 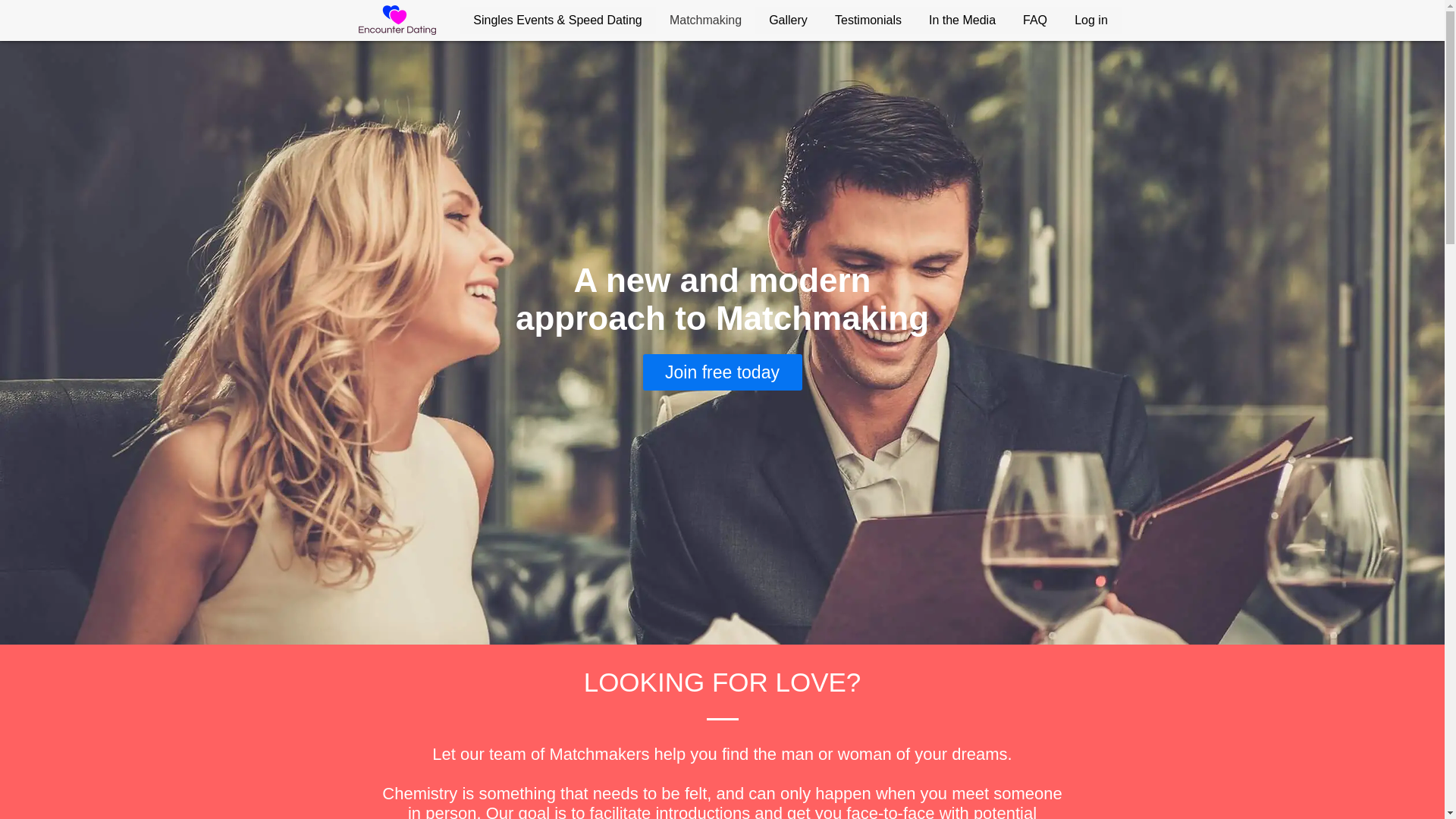 I want to click on 'In the Media', so click(x=960, y=20).